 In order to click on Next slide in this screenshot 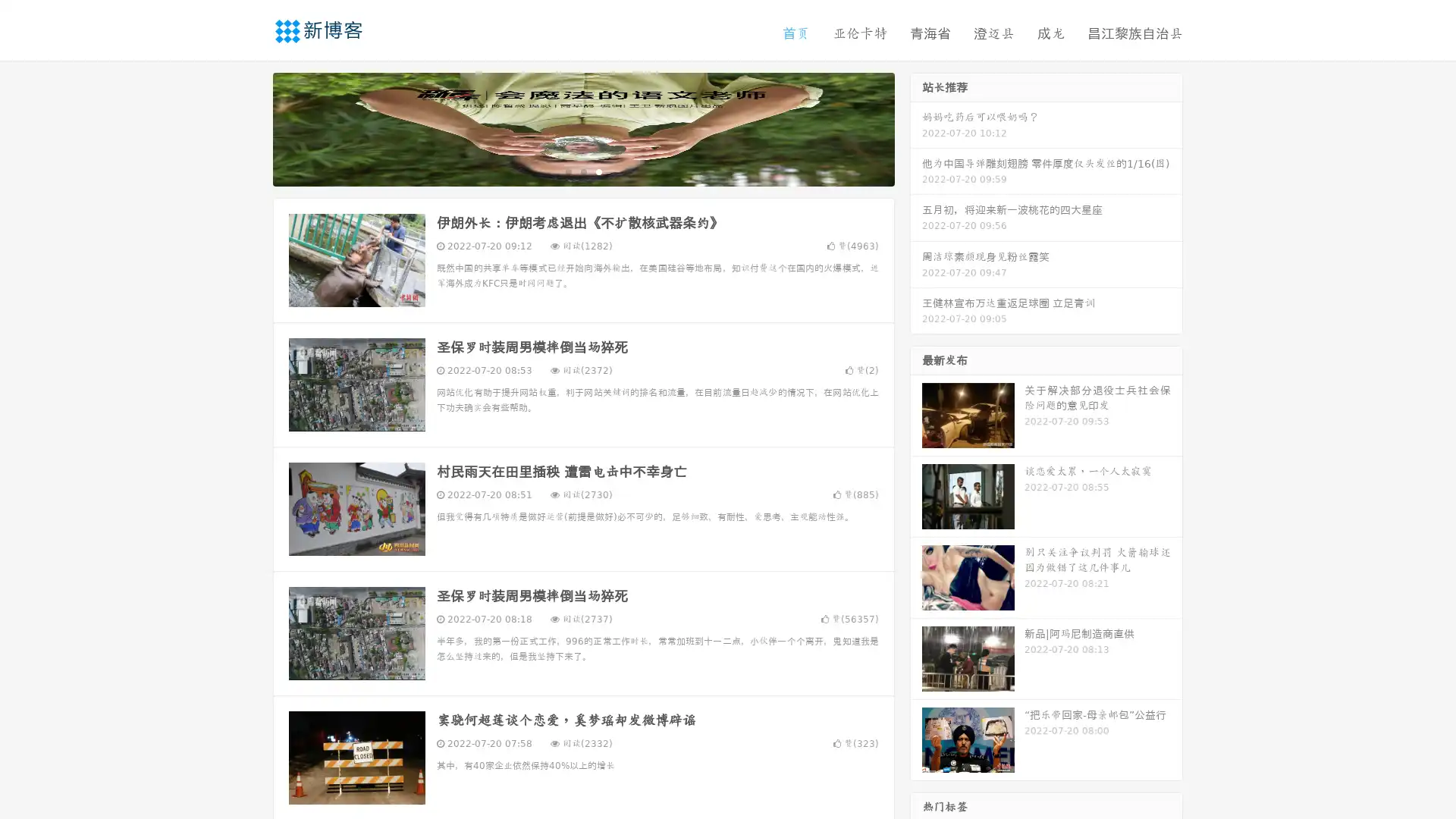, I will do `click(916, 127)`.